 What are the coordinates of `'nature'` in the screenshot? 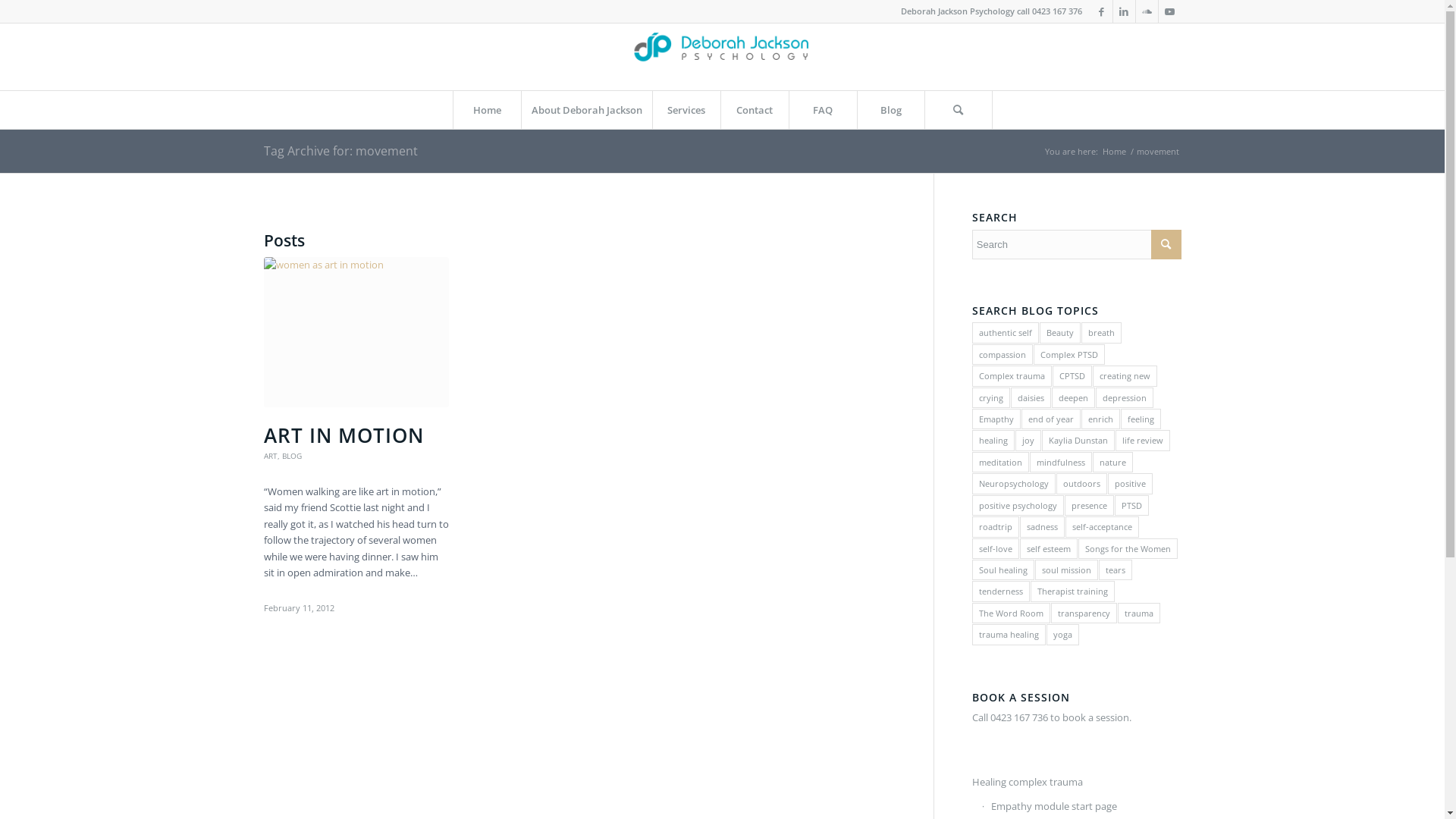 It's located at (1112, 461).